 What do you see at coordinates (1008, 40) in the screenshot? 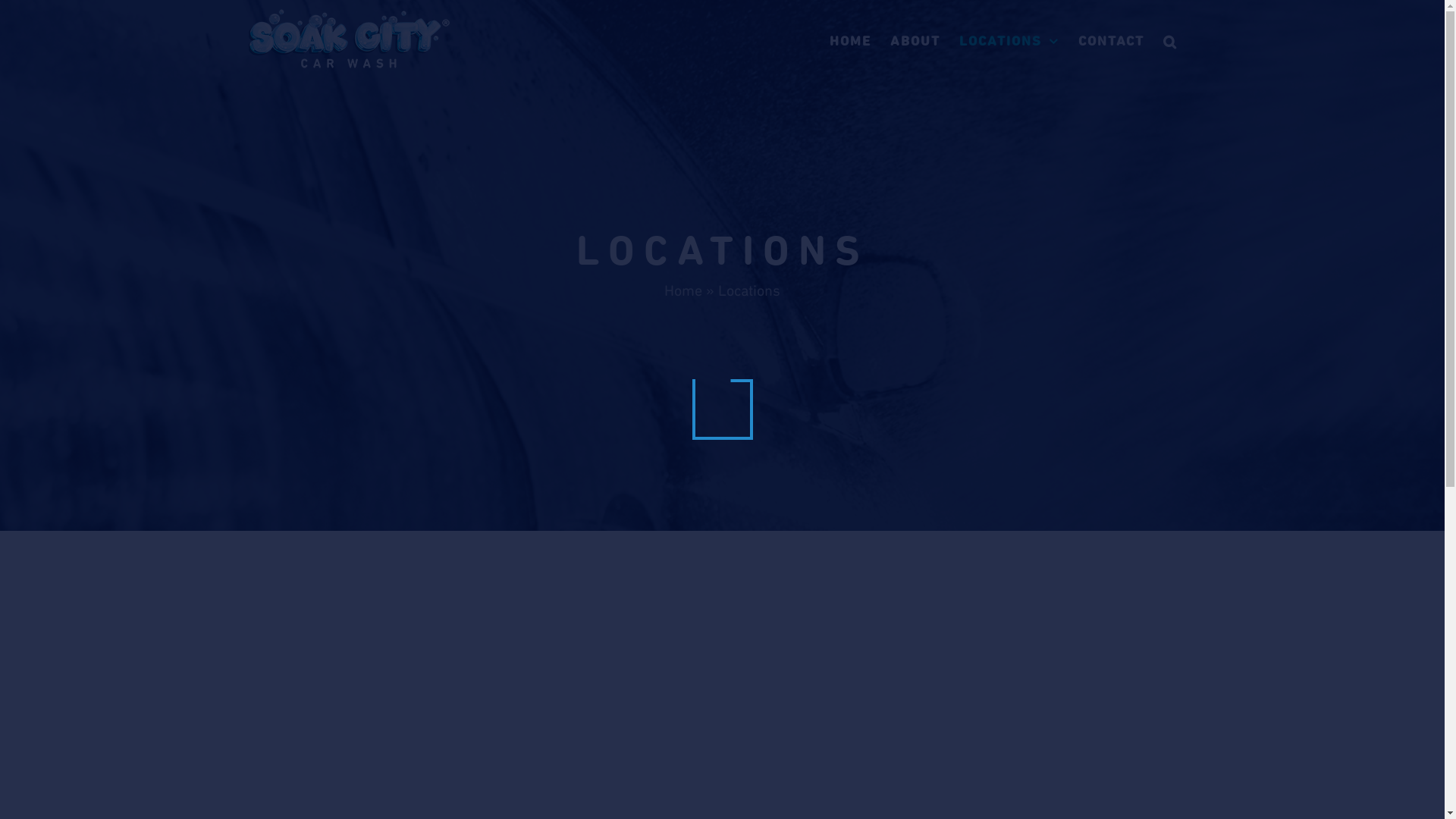
I see `'LOCATIONS'` at bounding box center [1008, 40].